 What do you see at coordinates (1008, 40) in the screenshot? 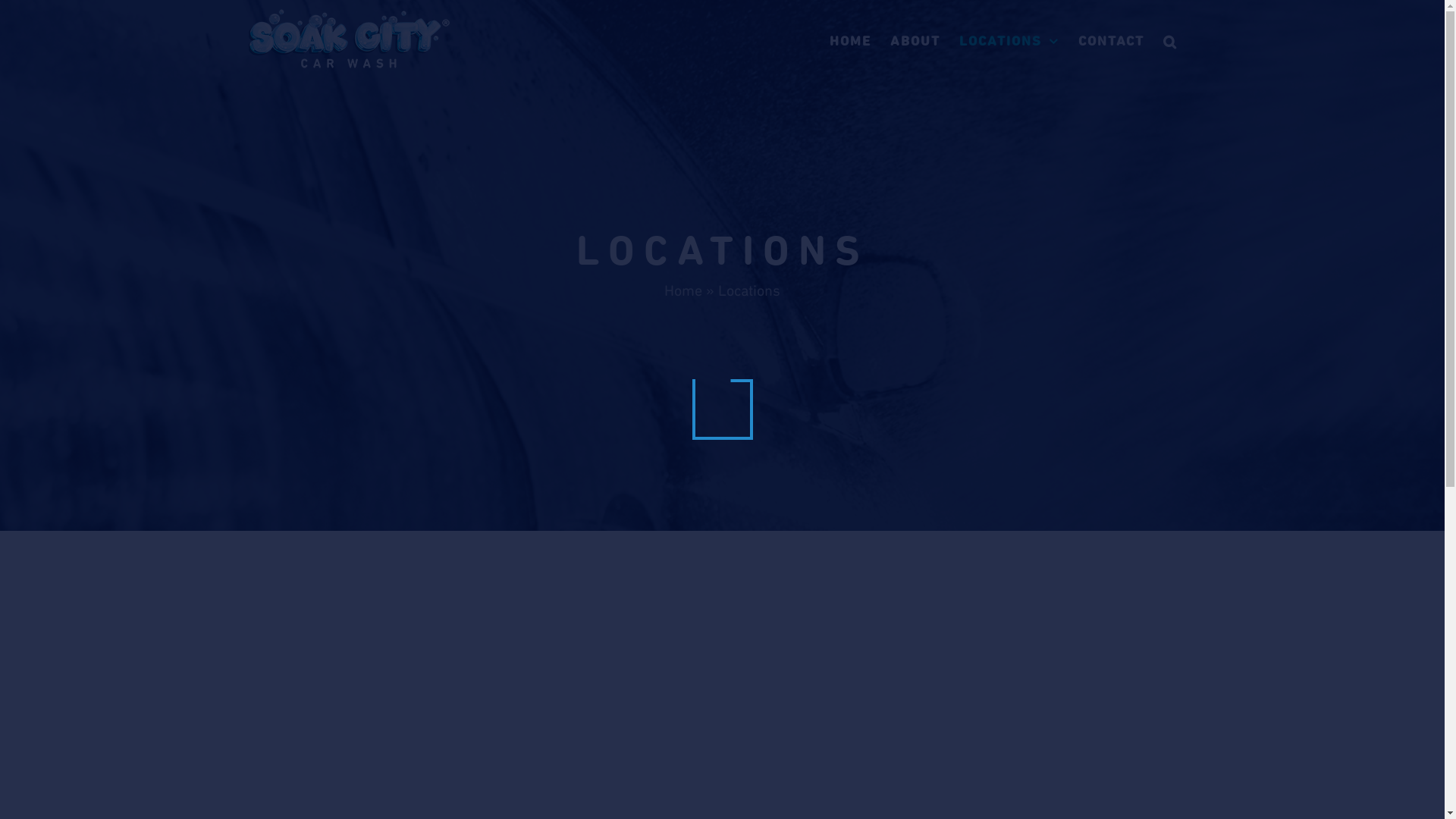
I see `'LOCATIONS'` at bounding box center [1008, 40].